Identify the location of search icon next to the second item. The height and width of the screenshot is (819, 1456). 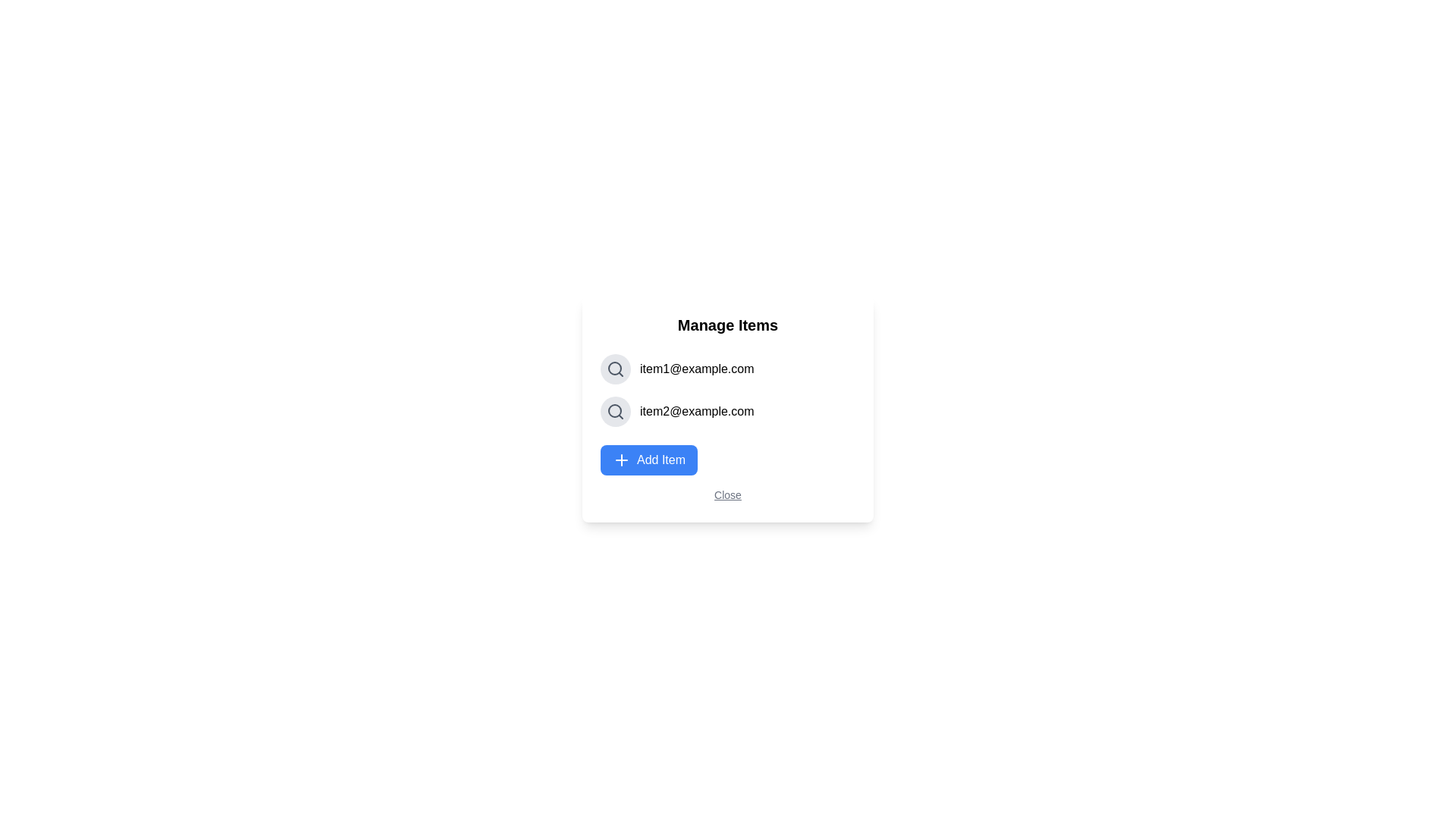
(615, 412).